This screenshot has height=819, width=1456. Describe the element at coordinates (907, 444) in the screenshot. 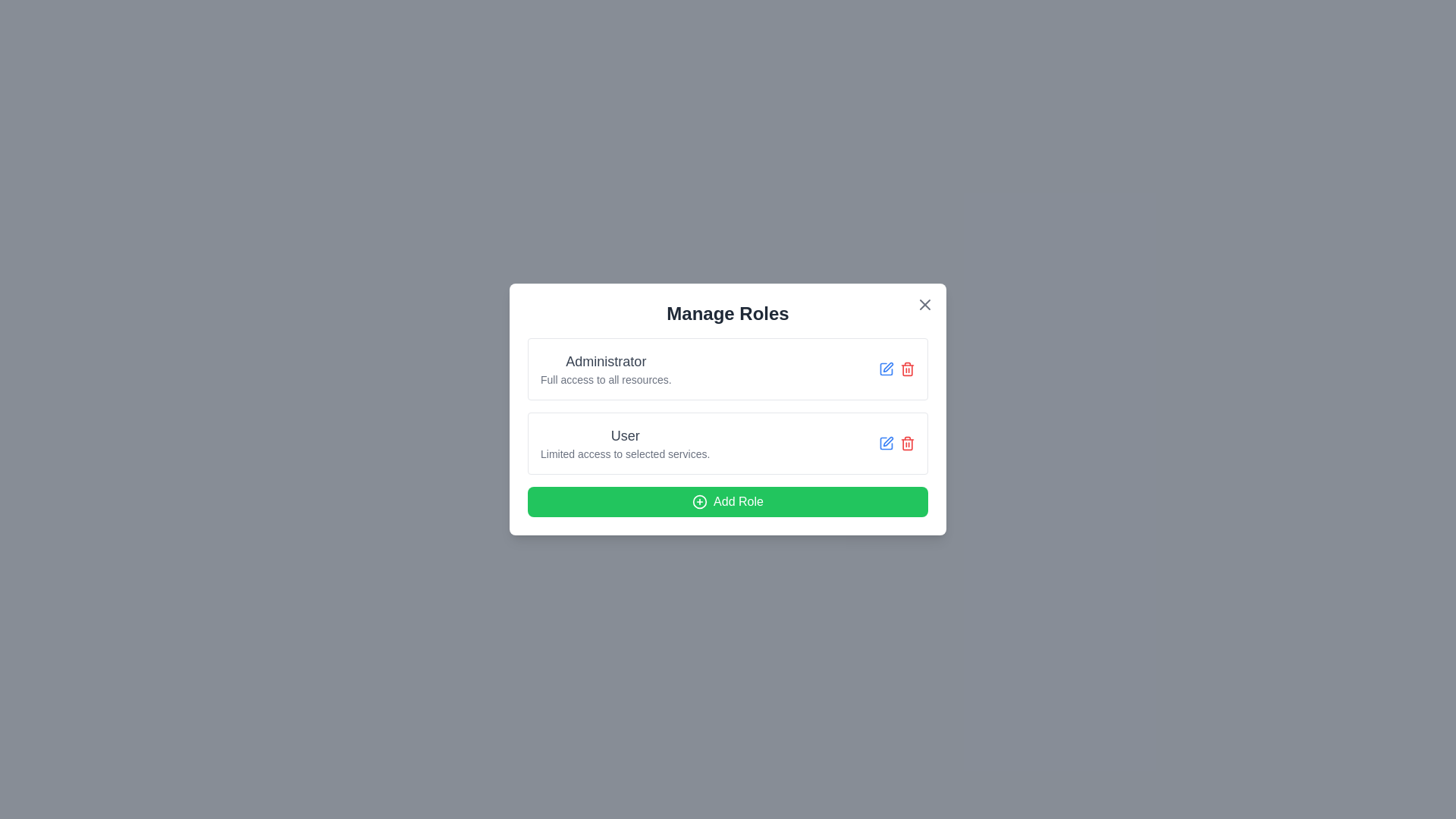

I see `the trash bin icon button, which is red and located in the bottom right of the user role management interface, for visual feedback` at that location.